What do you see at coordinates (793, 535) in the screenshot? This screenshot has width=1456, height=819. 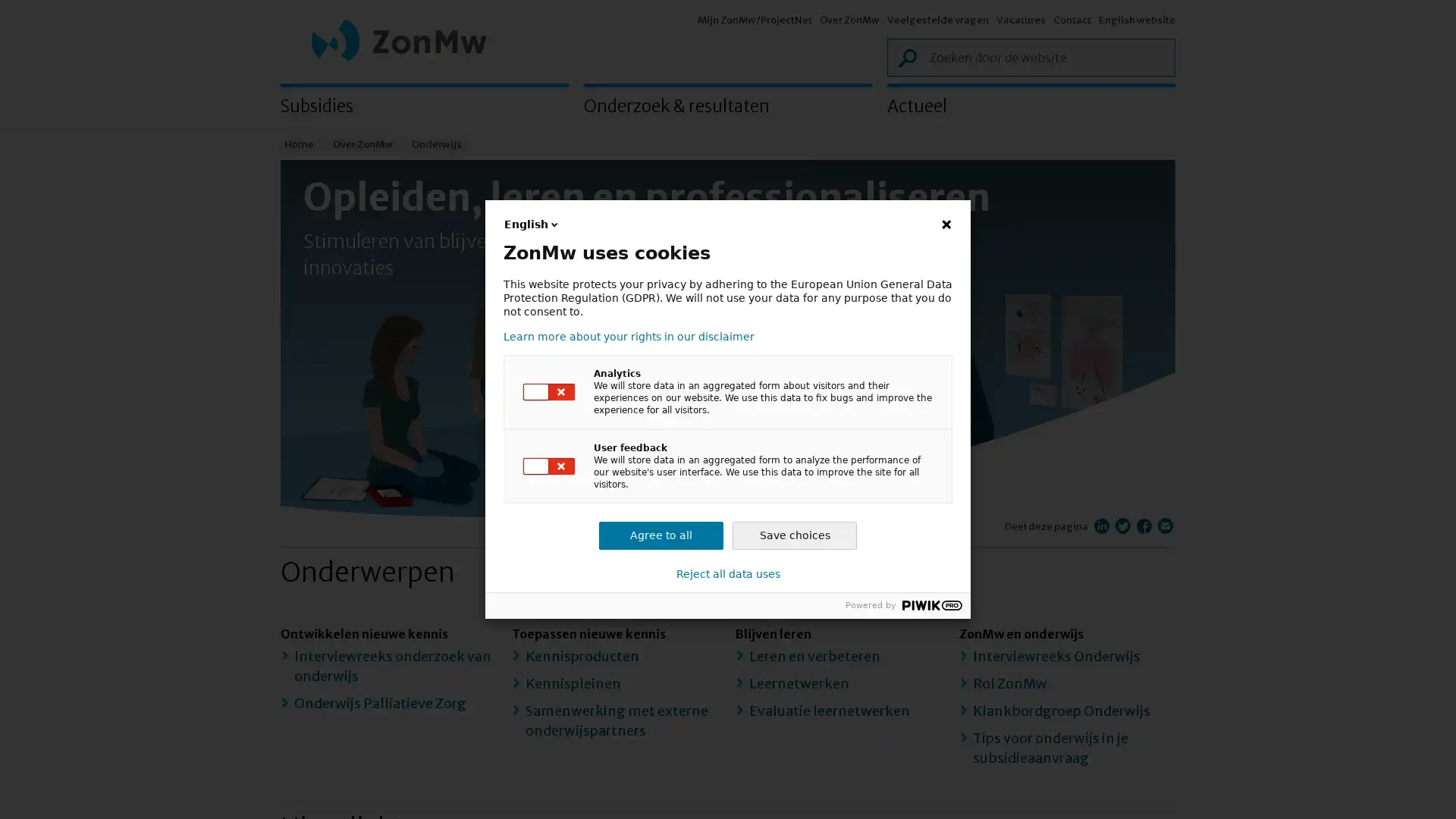 I see `Save choices` at bounding box center [793, 535].